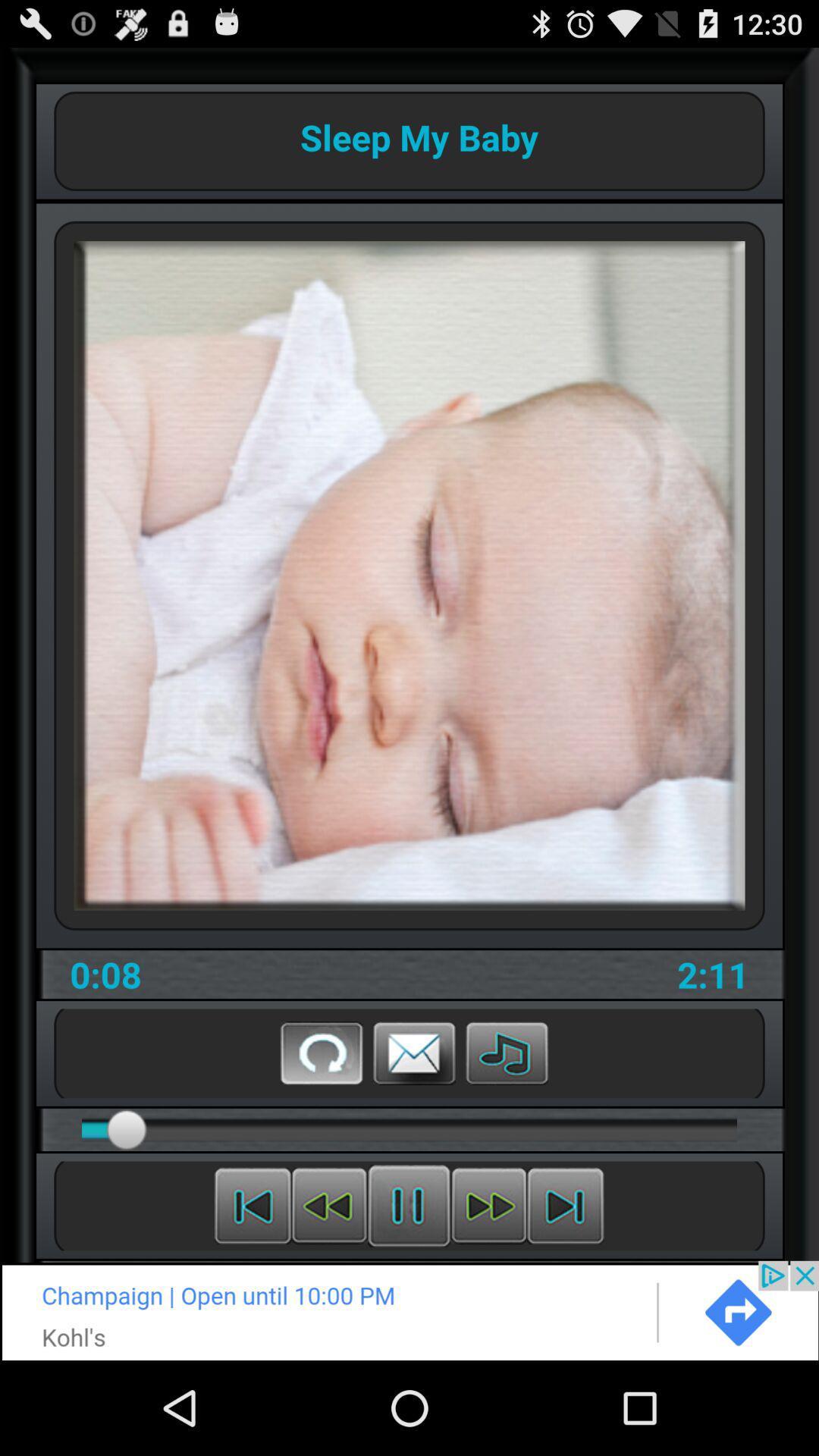 The width and height of the screenshot is (819, 1456). I want to click on the email icon, so click(414, 1127).